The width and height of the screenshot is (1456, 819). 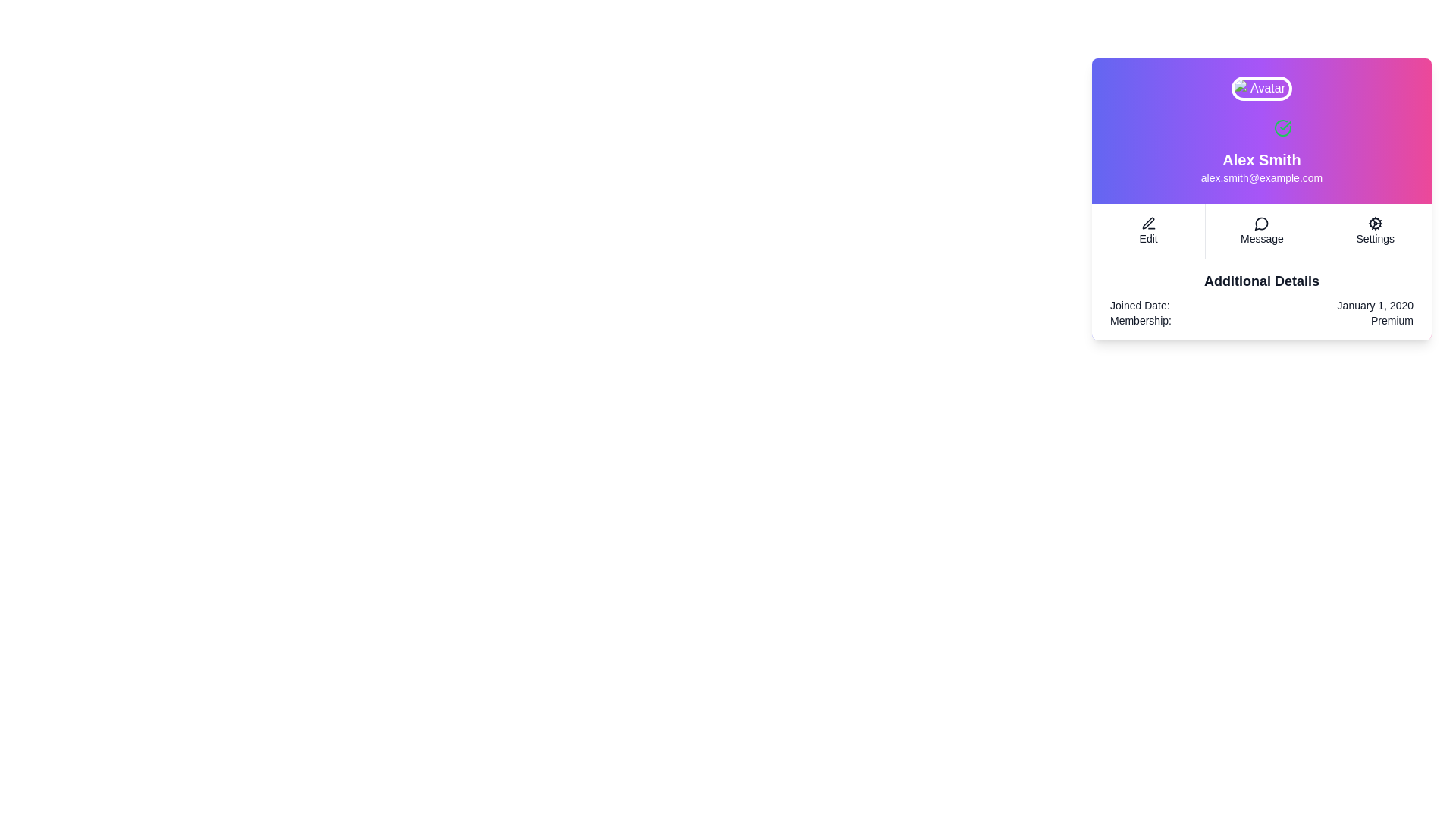 What do you see at coordinates (1148, 239) in the screenshot?
I see `the label that describes the action for editing user information, located below the pen icon and above a horizontal divider` at bounding box center [1148, 239].